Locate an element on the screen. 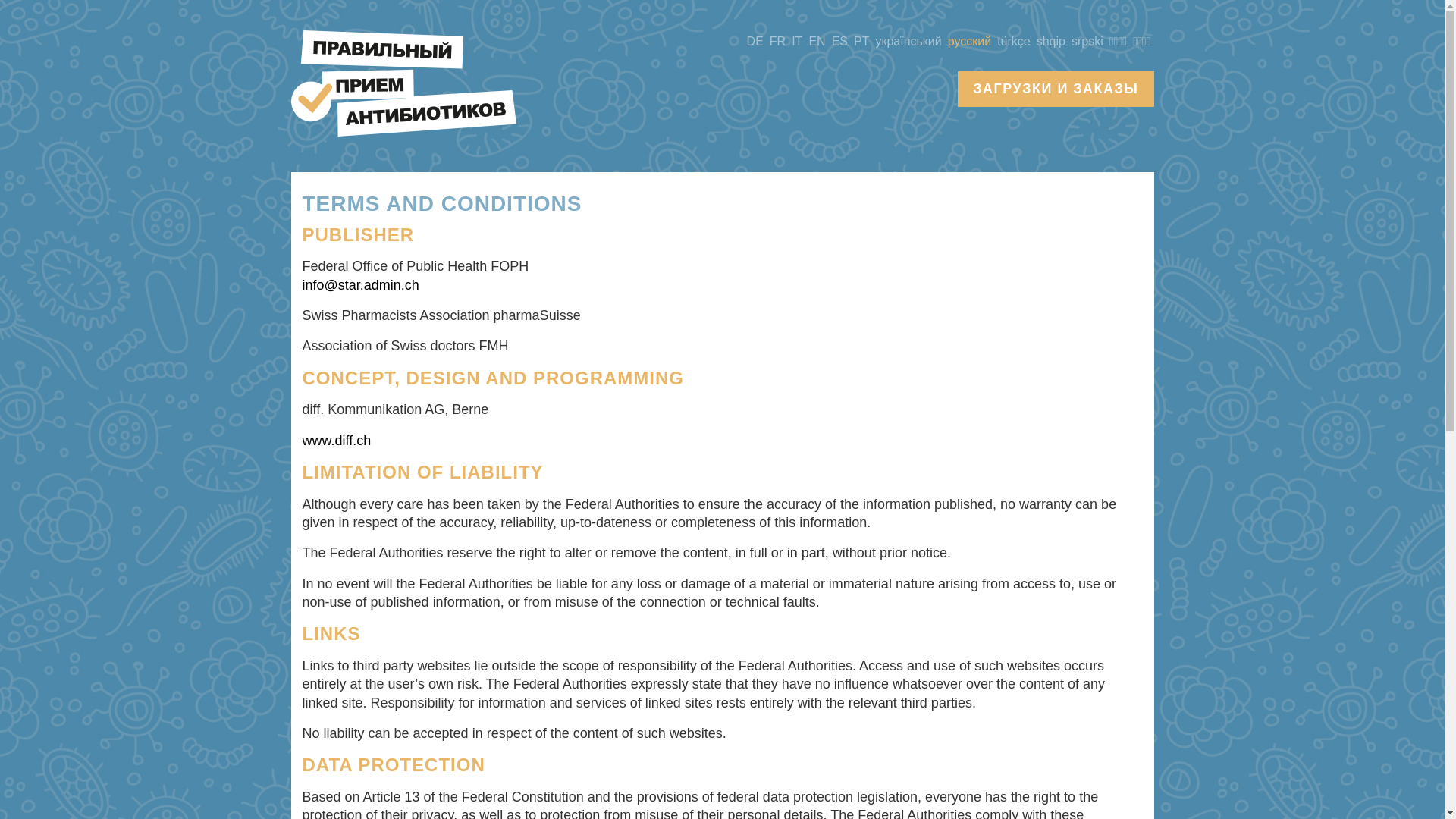  'EN' is located at coordinates (804, 40).